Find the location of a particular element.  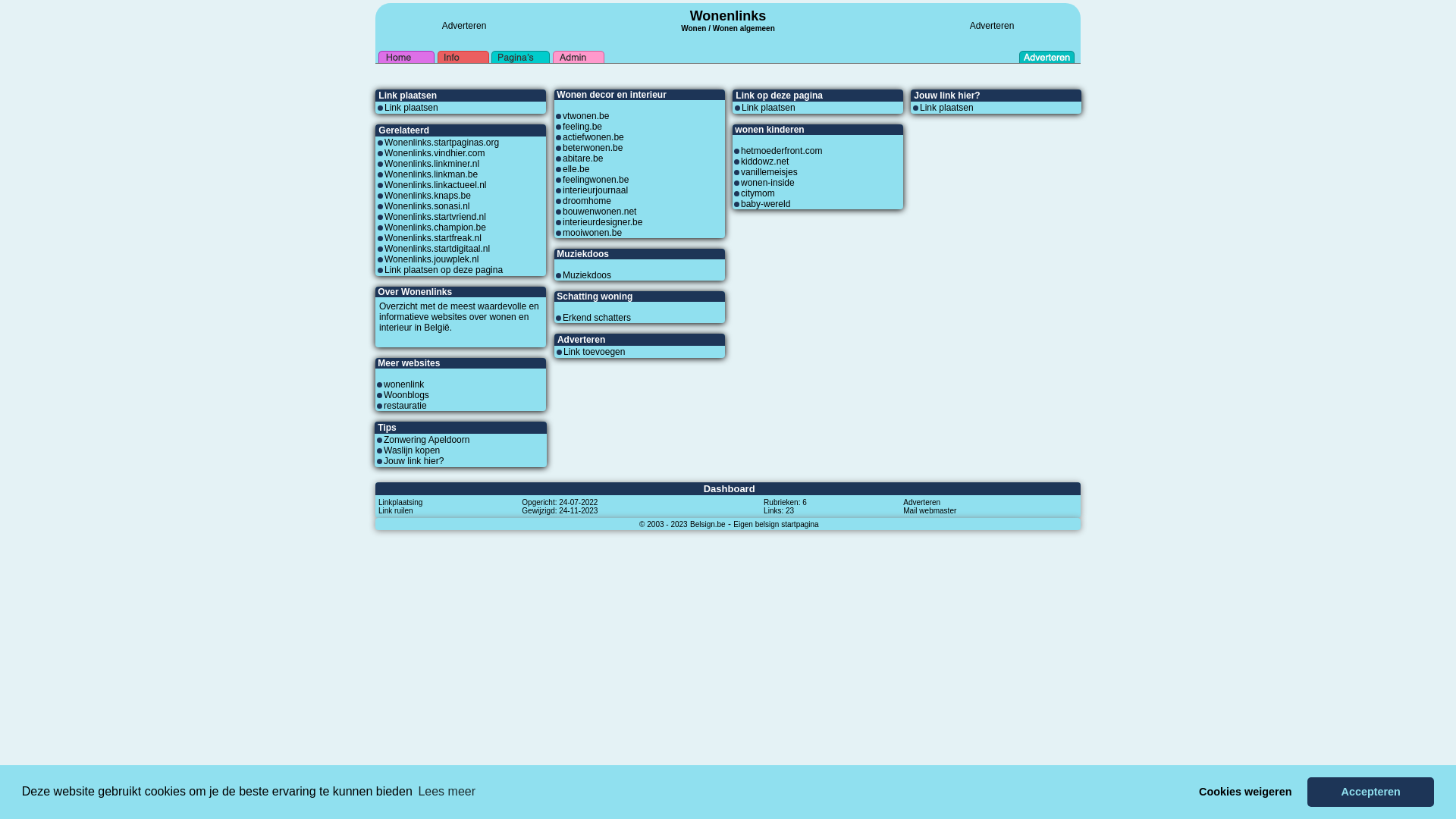

'Eigen belsign startpagina' is located at coordinates (775, 522).